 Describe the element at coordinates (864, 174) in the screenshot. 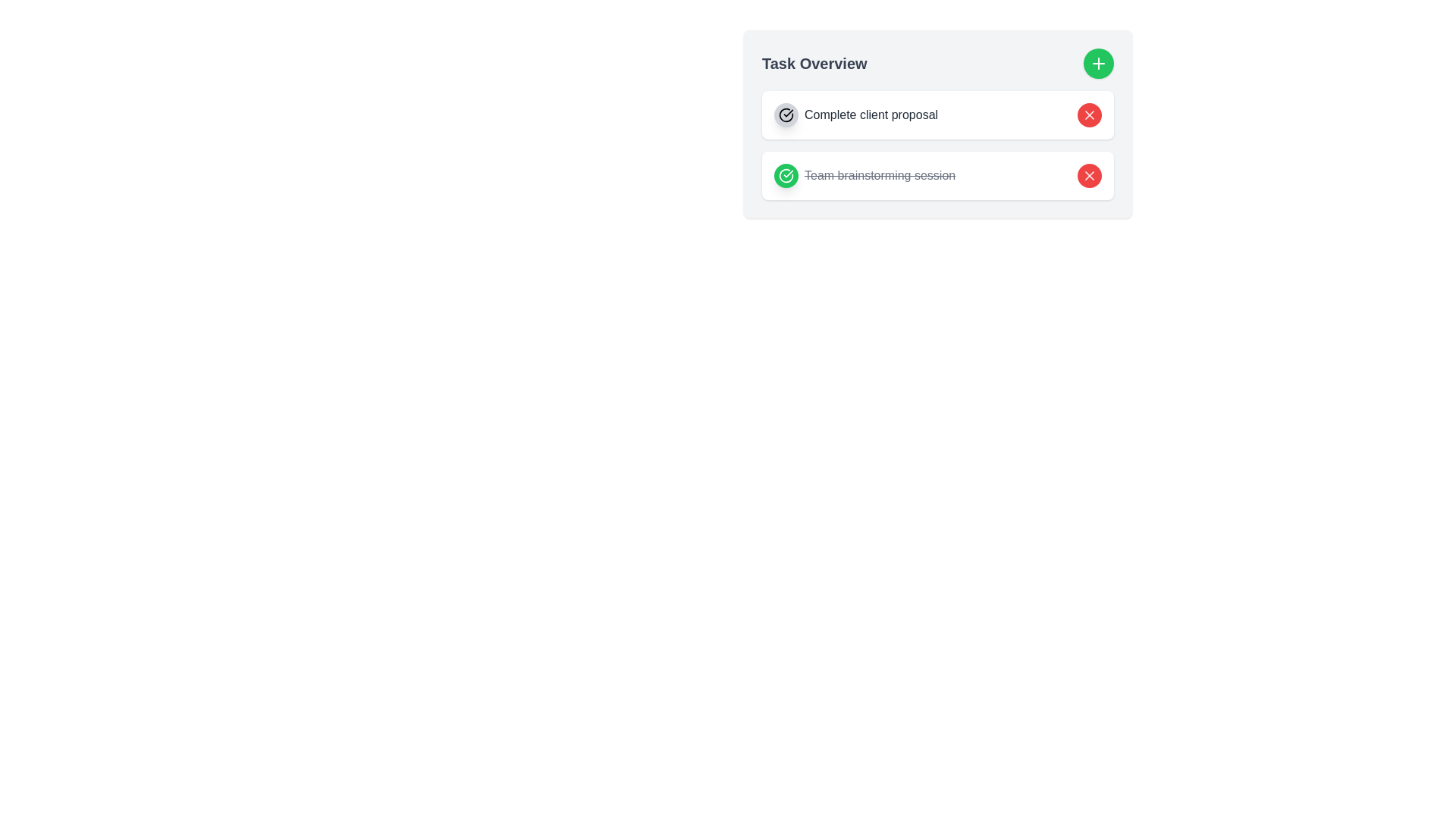

I see `the list item displaying the task 'Team brainstorming session' which is marked as completed` at that location.